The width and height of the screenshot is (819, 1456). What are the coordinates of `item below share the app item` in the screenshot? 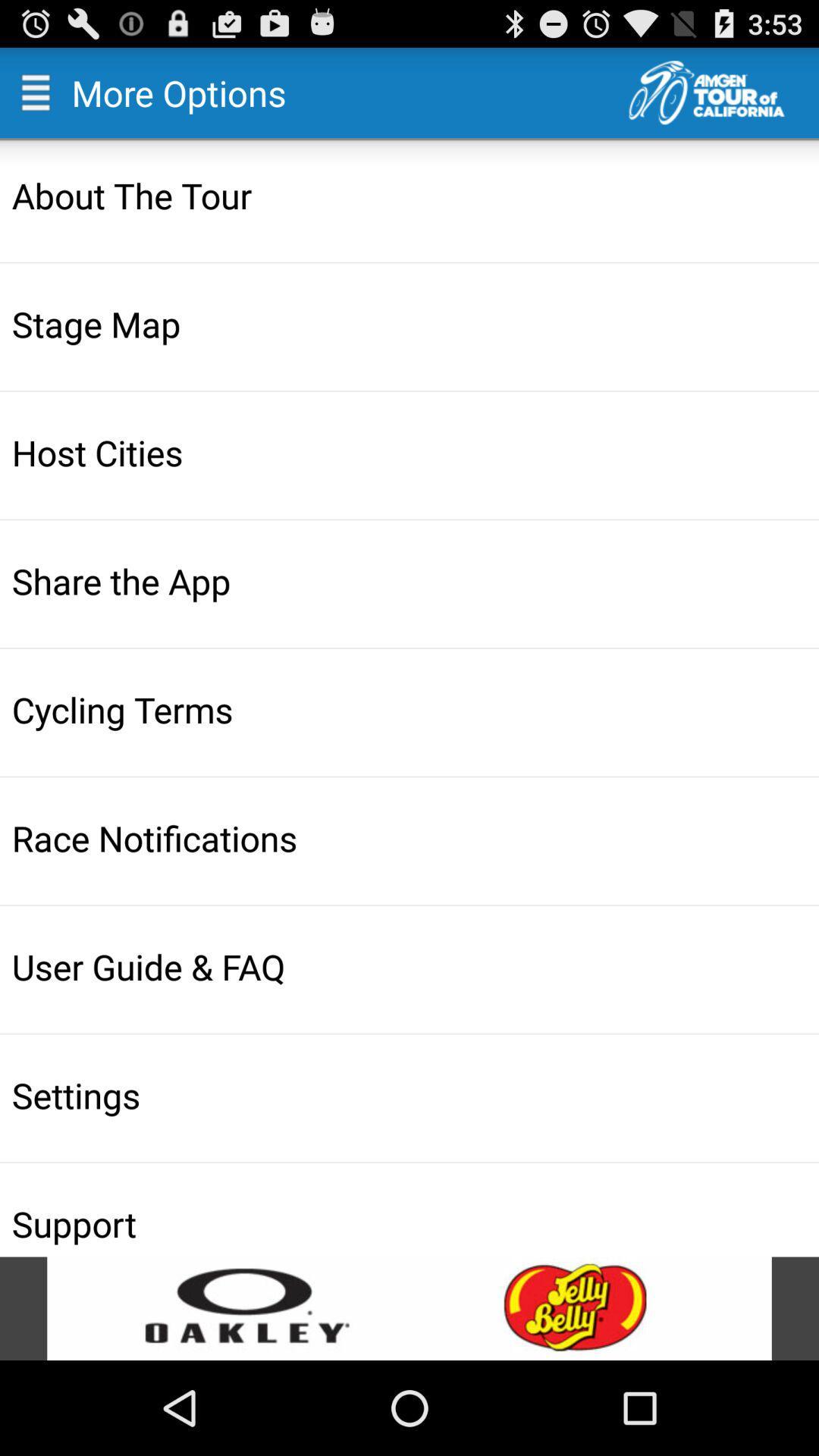 It's located at (411, 708).